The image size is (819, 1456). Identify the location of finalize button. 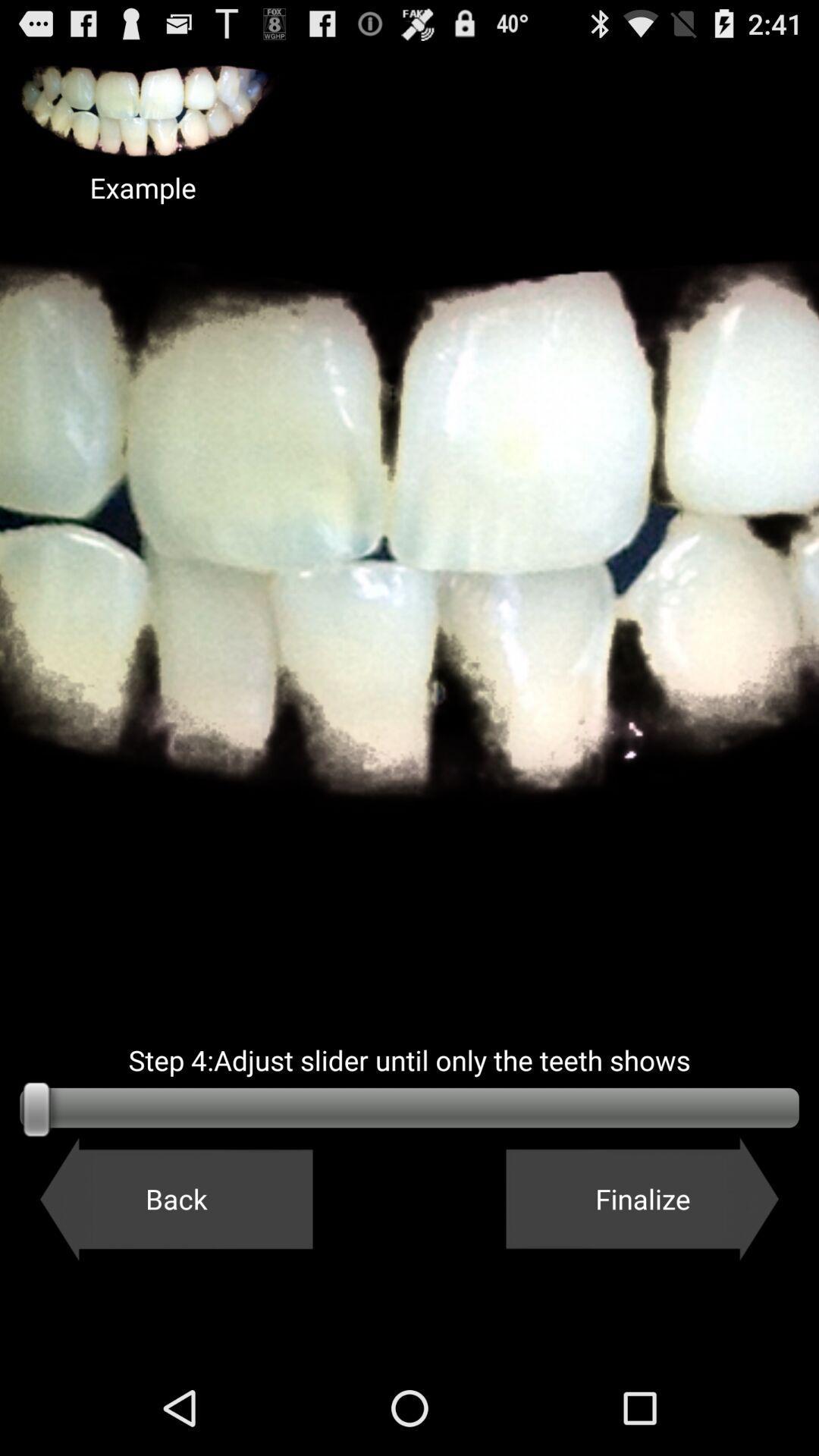
(642, 1198).